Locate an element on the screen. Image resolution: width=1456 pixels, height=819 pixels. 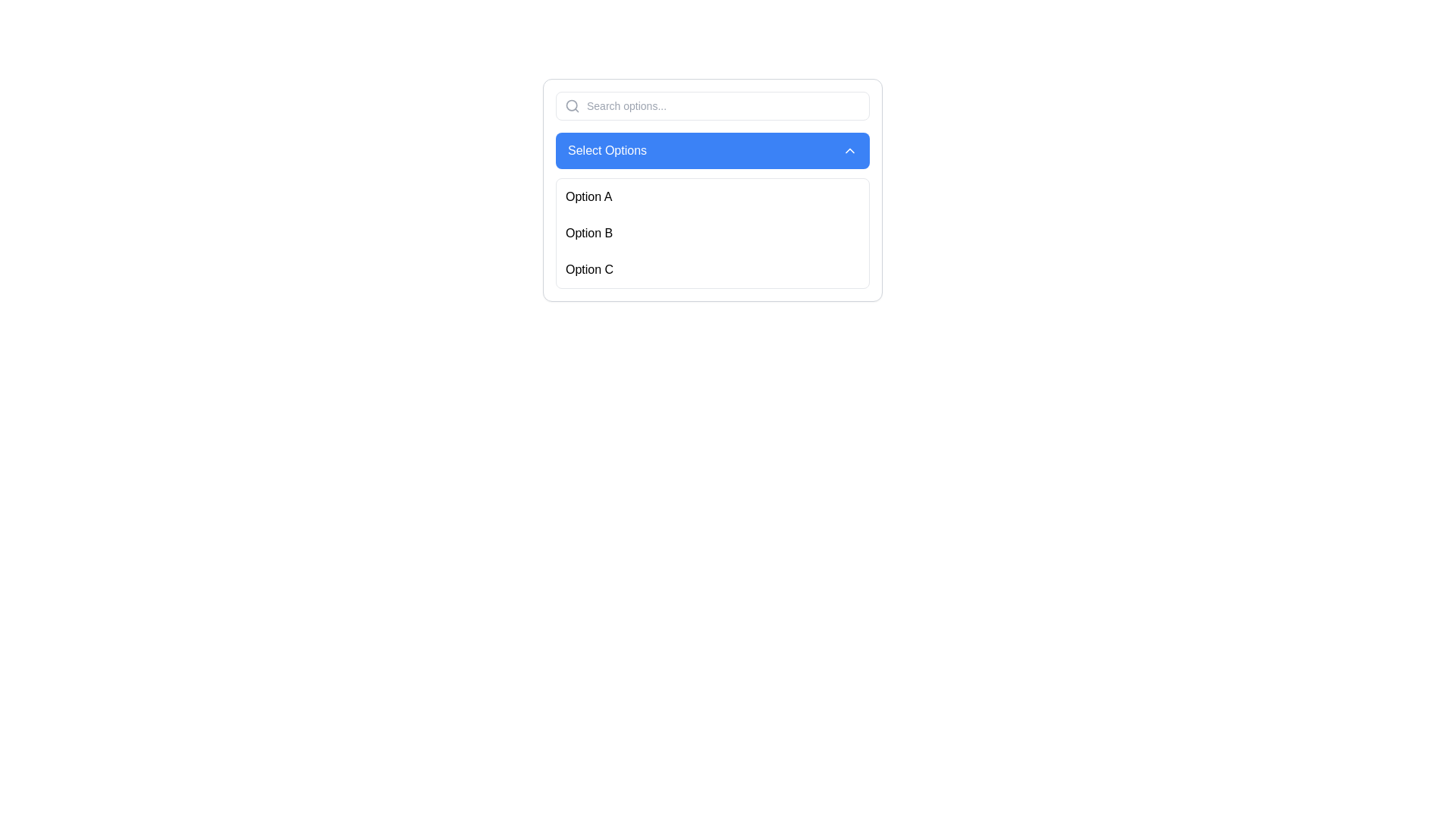
the dropdown toggle button located below the search input field and above the list of options is located at coordinates (712, 151).